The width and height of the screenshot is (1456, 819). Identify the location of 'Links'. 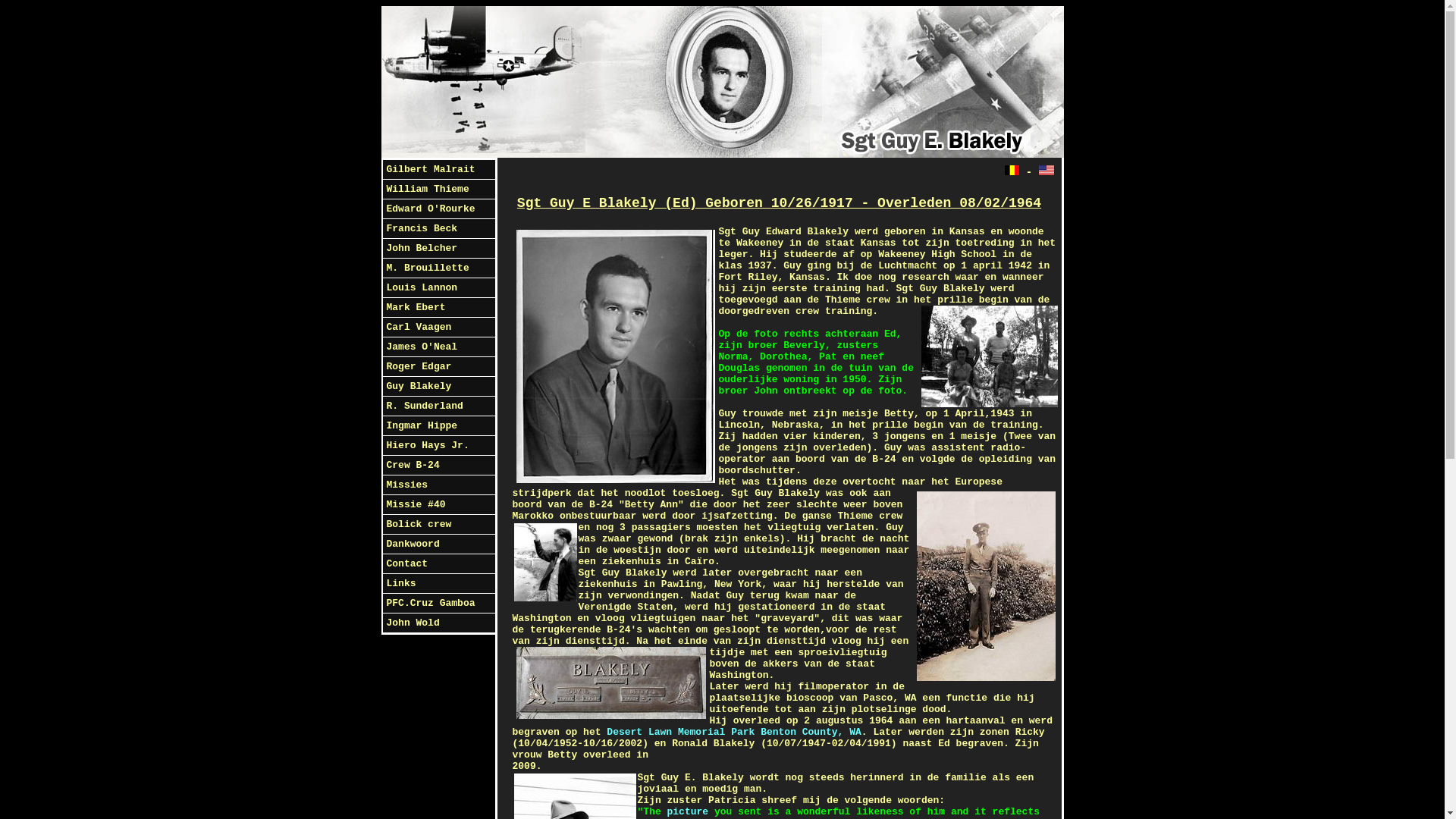
(437, 583).